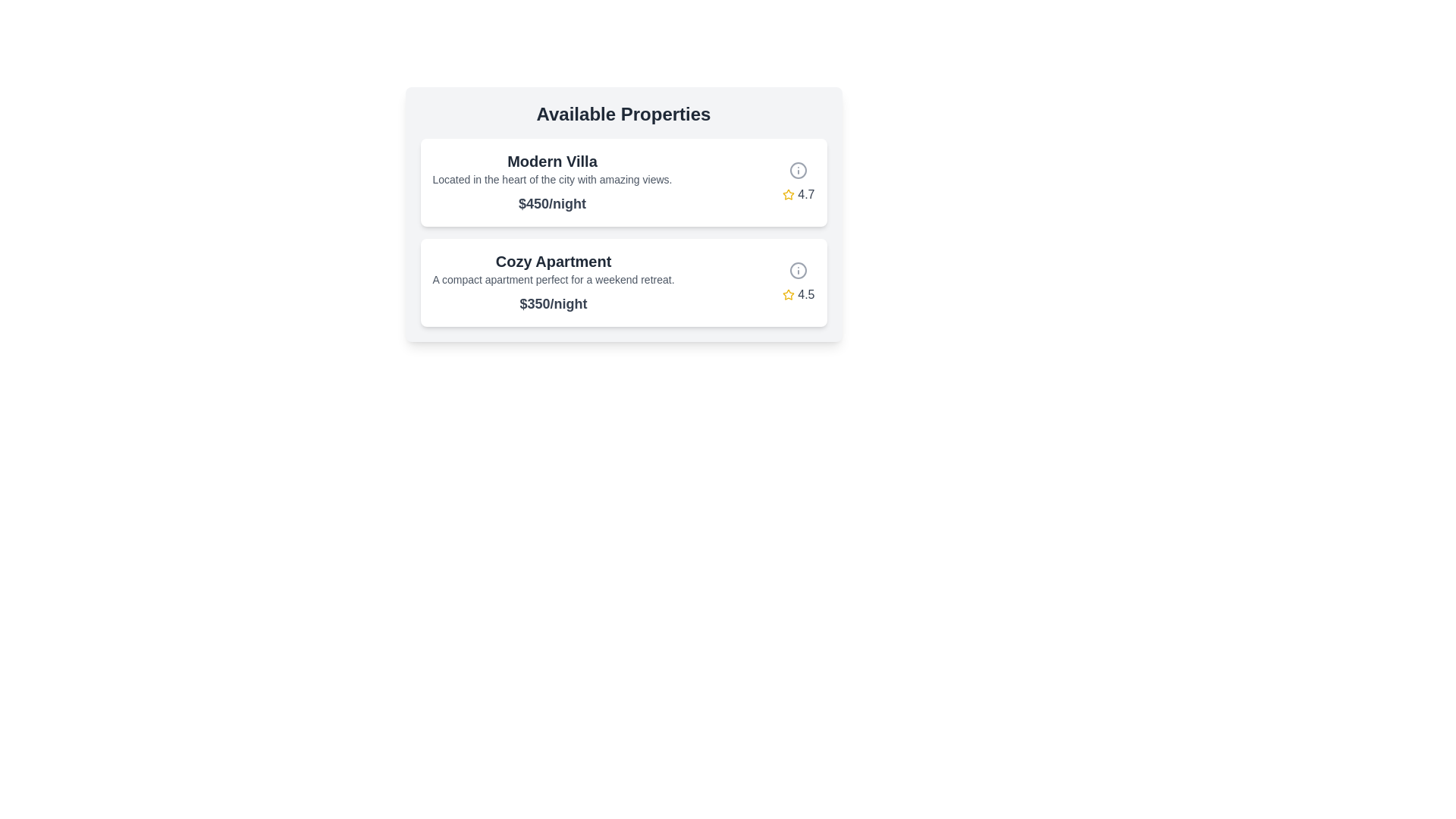 The width and height of the screenshot is (1456, 819). Describe the element at coordinates (798, 194) in the screenshot. I see `the yellow star icon in the Rating display` at that location.